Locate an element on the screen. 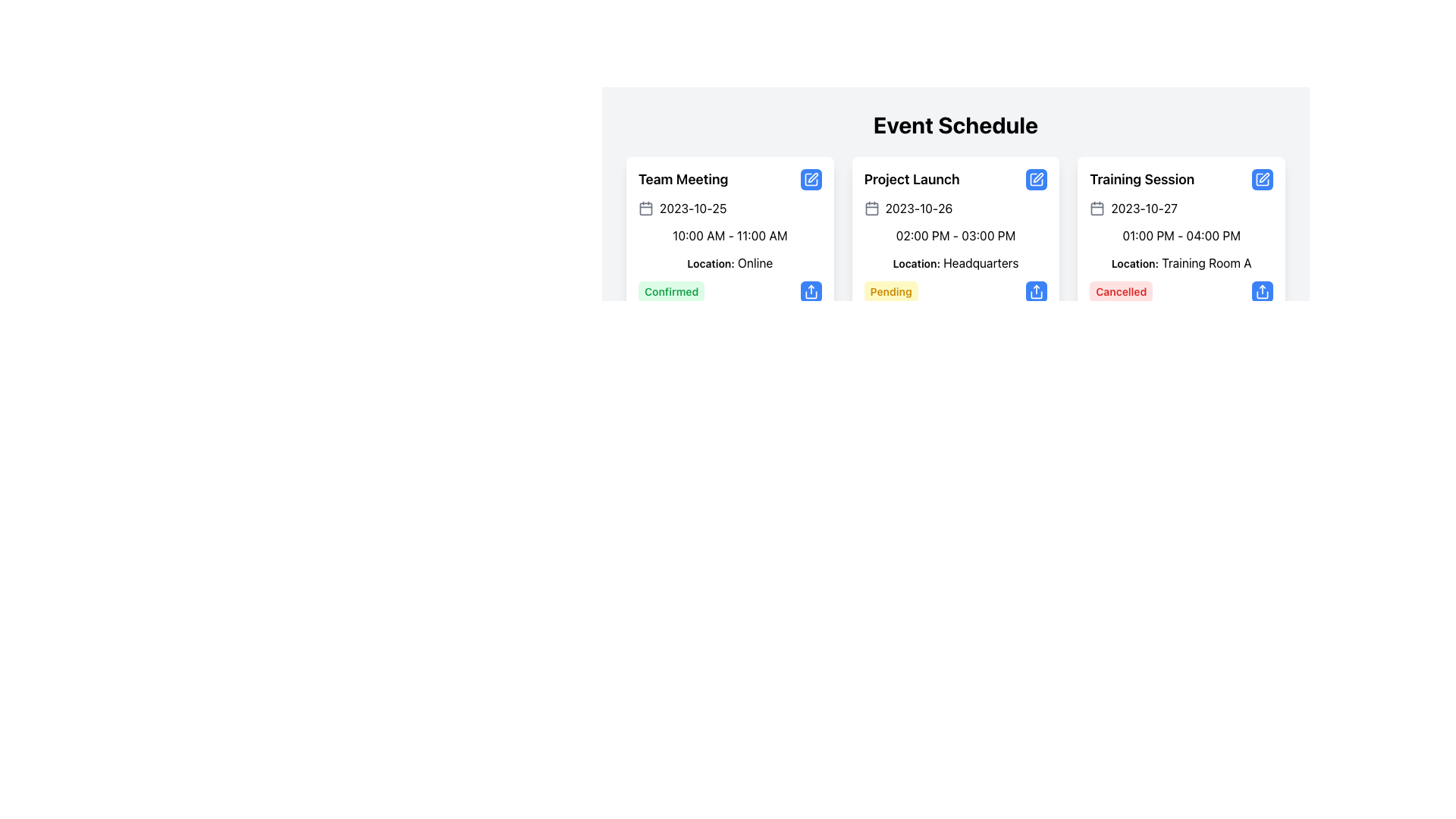 This screenshot has height=819, width=1456. the 'Pending' label located in the 'Project Launch' card within the 'Event Schedule' section, positioned below the location information and above a blue button is located at coordinates (891, 292).